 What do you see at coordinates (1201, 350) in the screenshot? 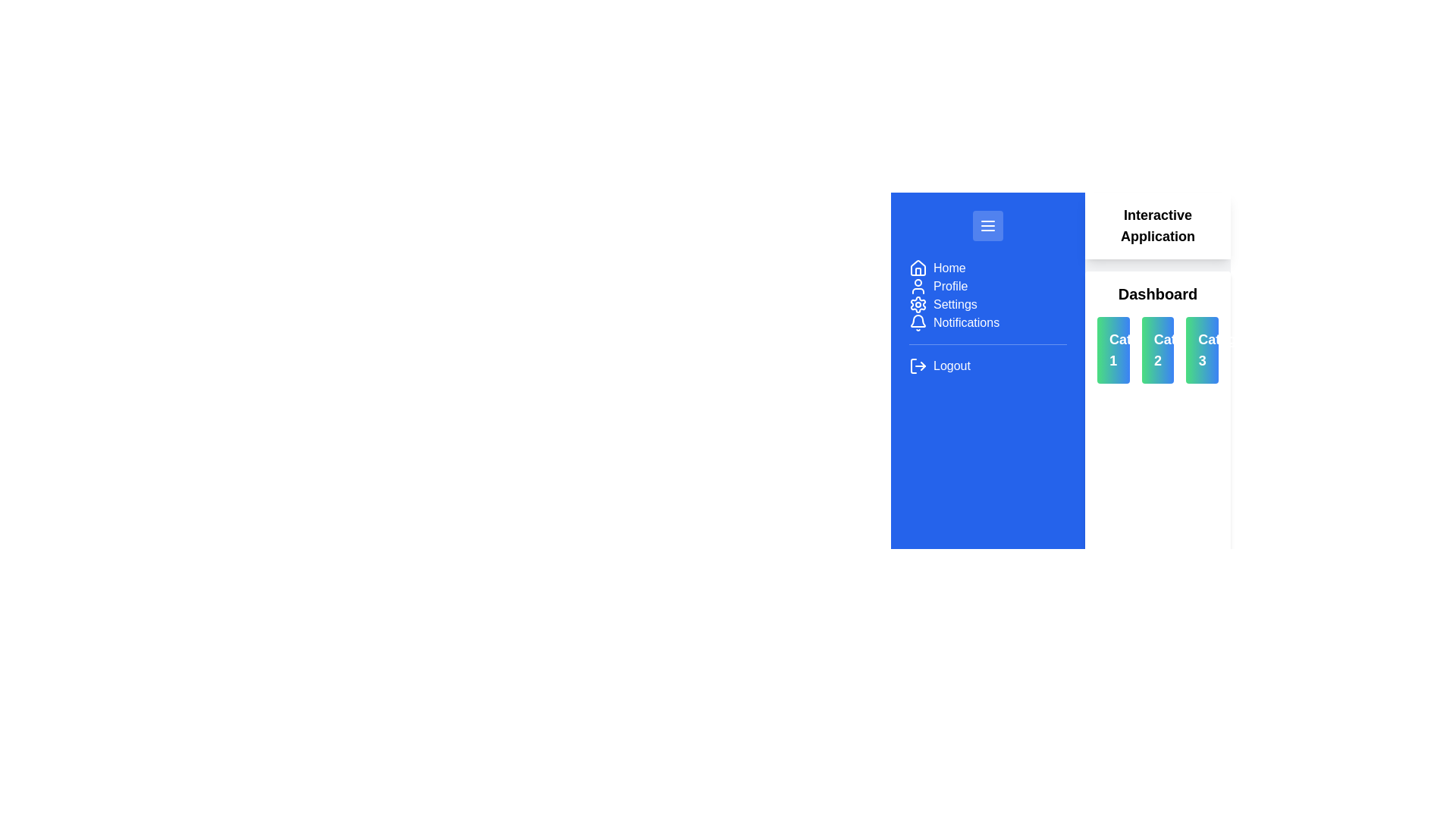
I see `the text label in the third card labeled 'Category 3' in the dashboard interface` at bounding box center [1201, 350].